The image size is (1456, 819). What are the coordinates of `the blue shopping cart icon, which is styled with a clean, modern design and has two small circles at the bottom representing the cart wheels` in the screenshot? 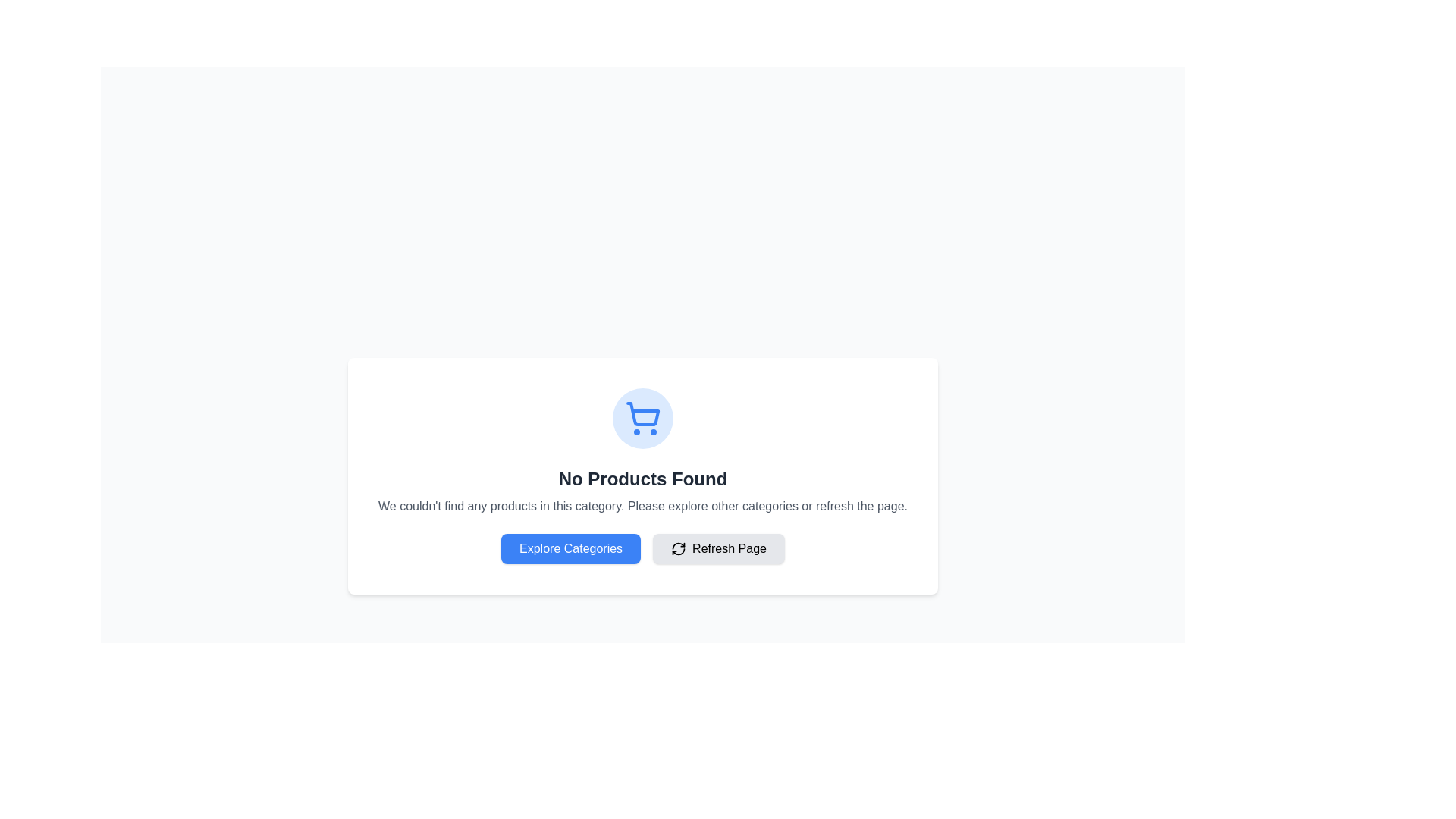 It's located at (643, 418).